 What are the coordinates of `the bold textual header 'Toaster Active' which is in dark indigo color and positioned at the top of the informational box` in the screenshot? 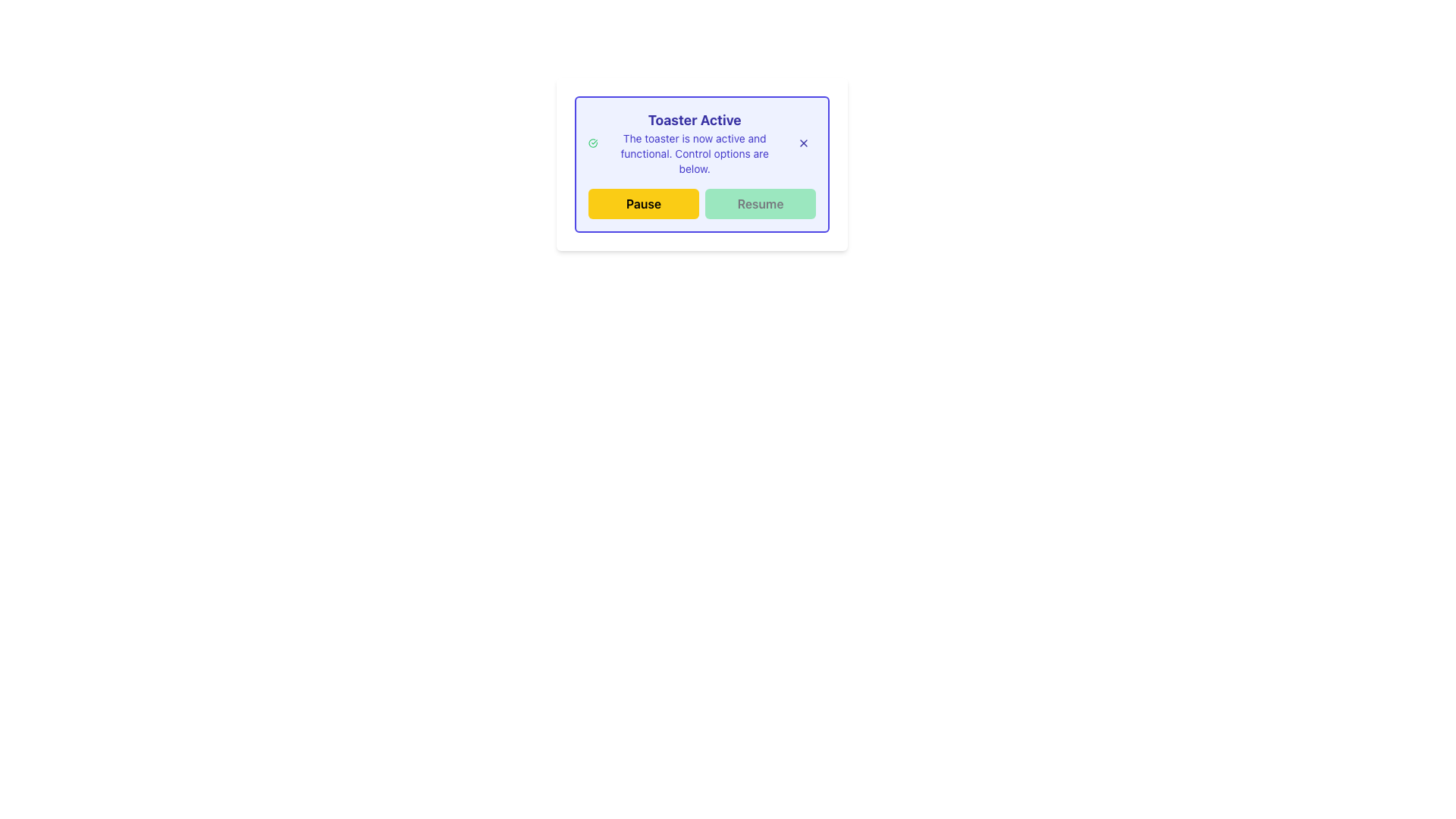 It's located at (694, 119).